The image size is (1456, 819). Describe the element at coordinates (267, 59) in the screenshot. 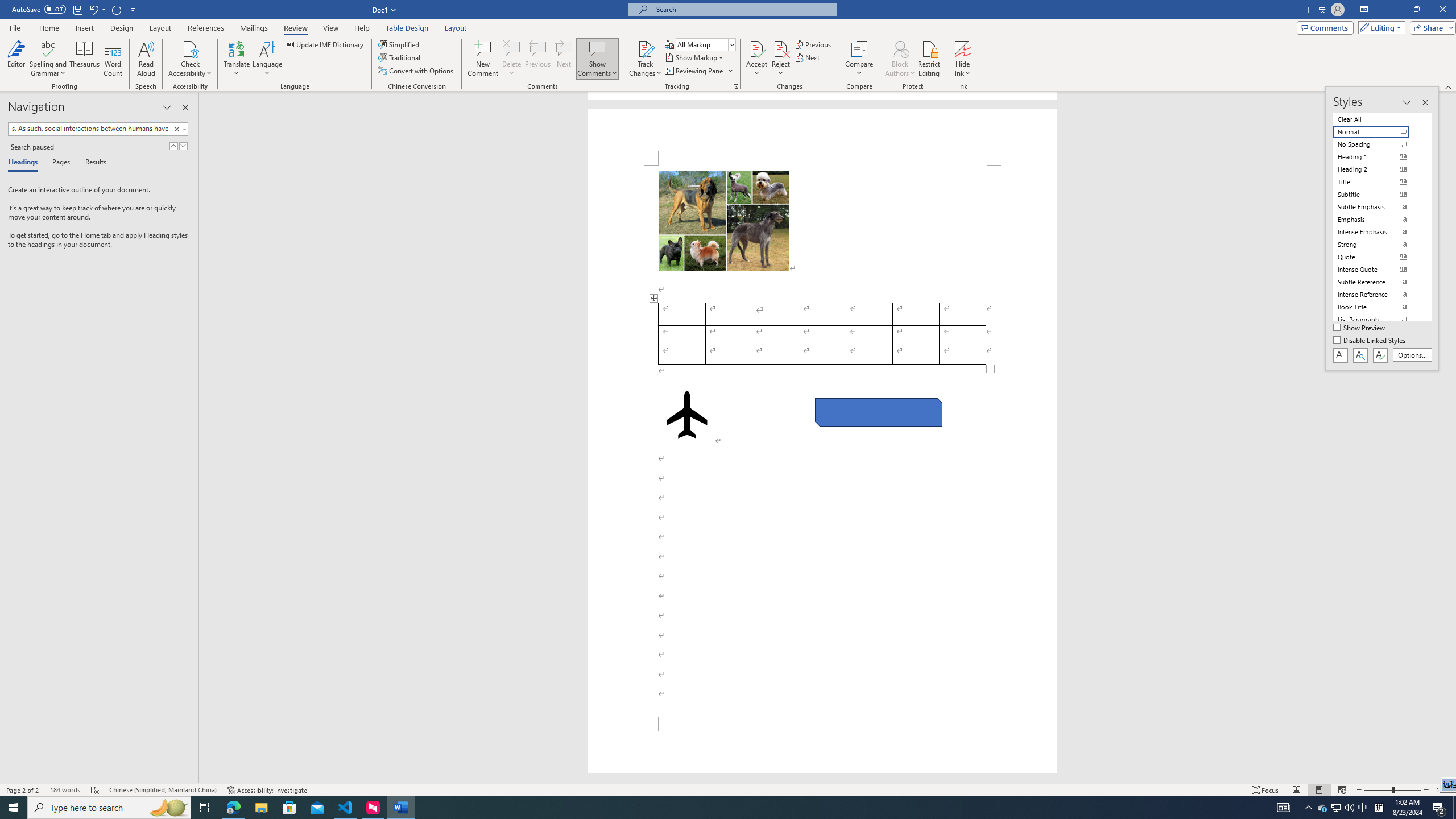

I see `'Language'` at that location.